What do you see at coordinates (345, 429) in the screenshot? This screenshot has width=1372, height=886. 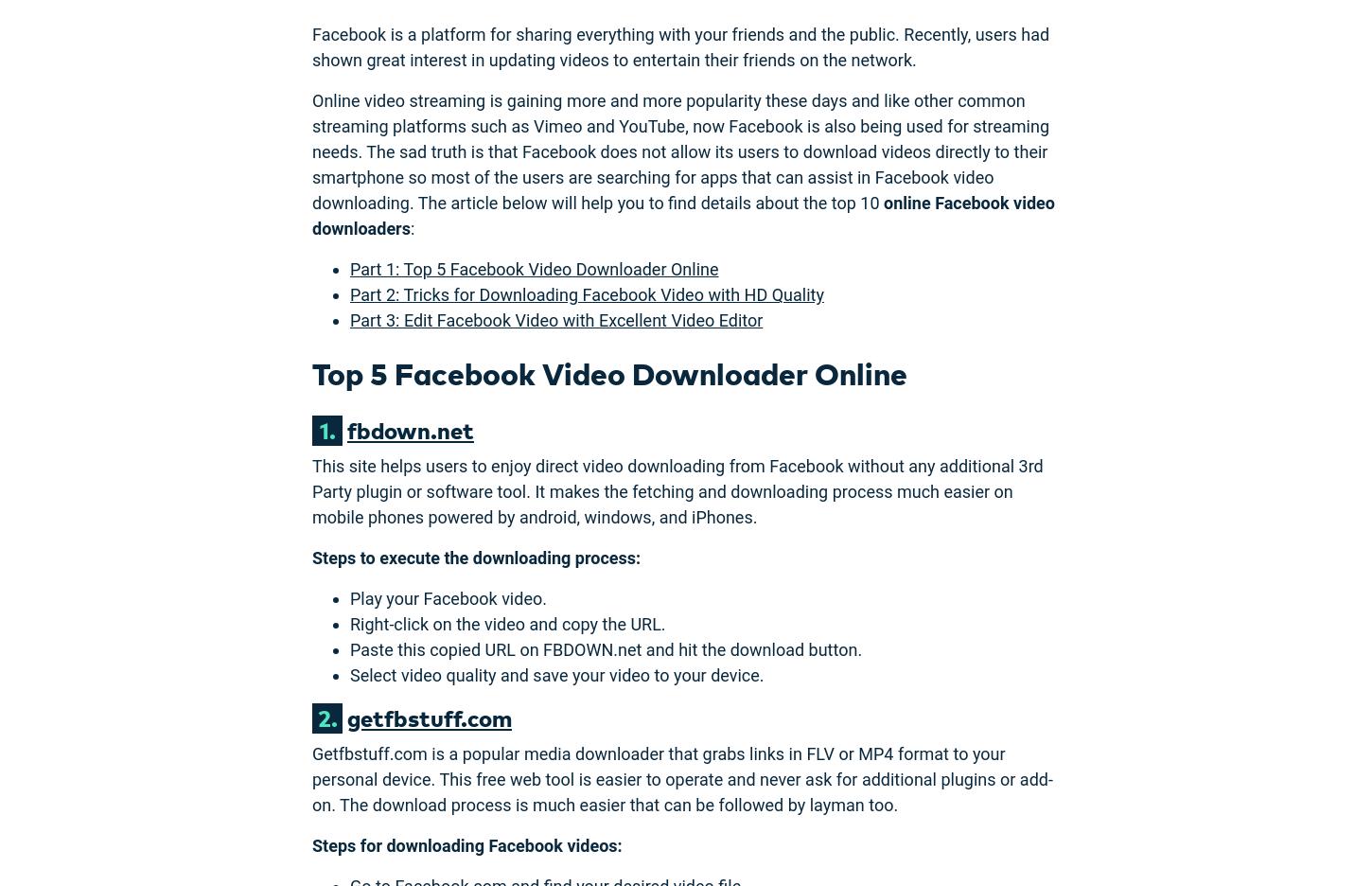 I see `'fbdown.net'` at bounding box center [345, 429].